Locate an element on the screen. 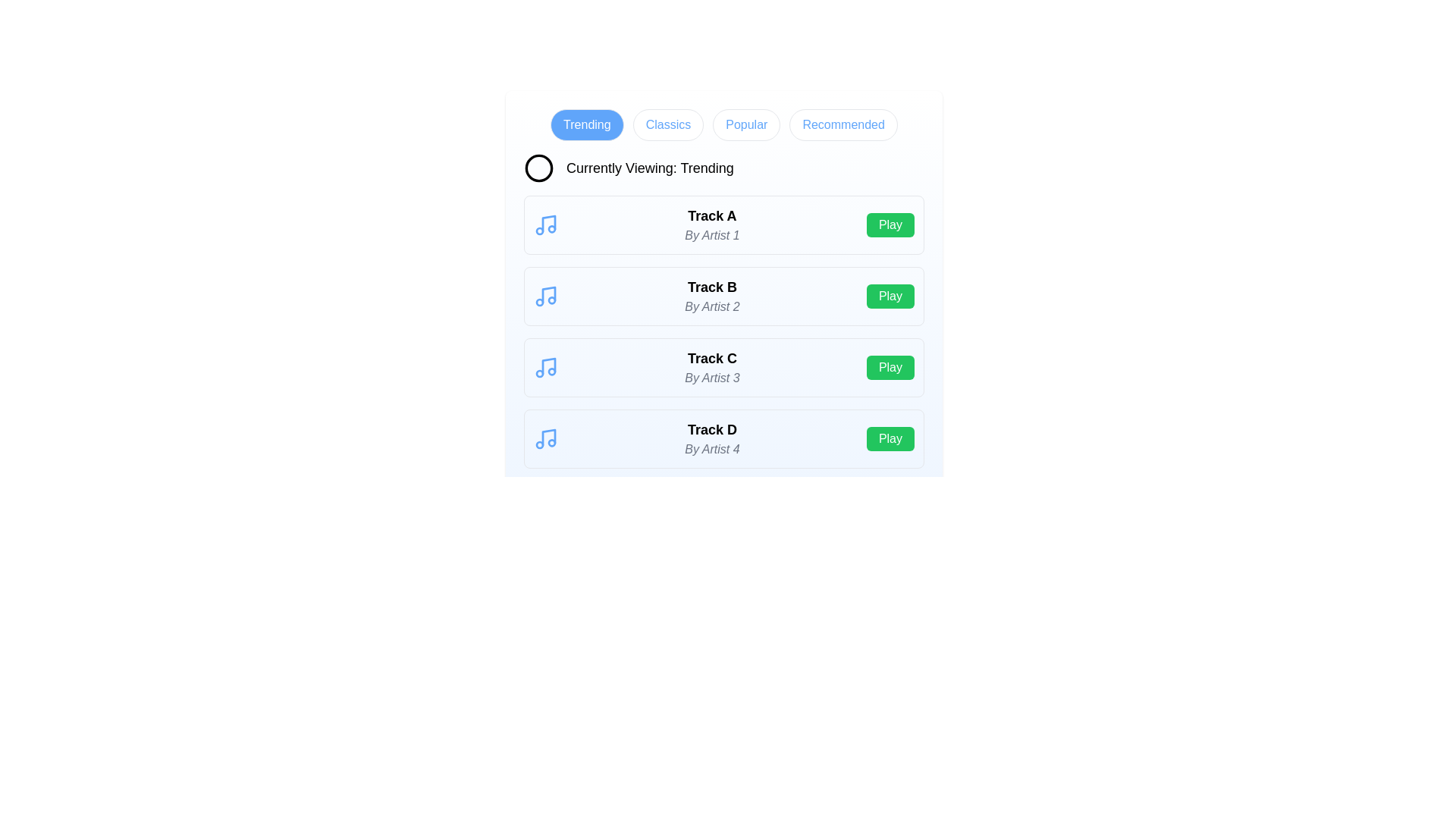  the 'Play' button for the track named Track B is located at coordinates (890, 296).